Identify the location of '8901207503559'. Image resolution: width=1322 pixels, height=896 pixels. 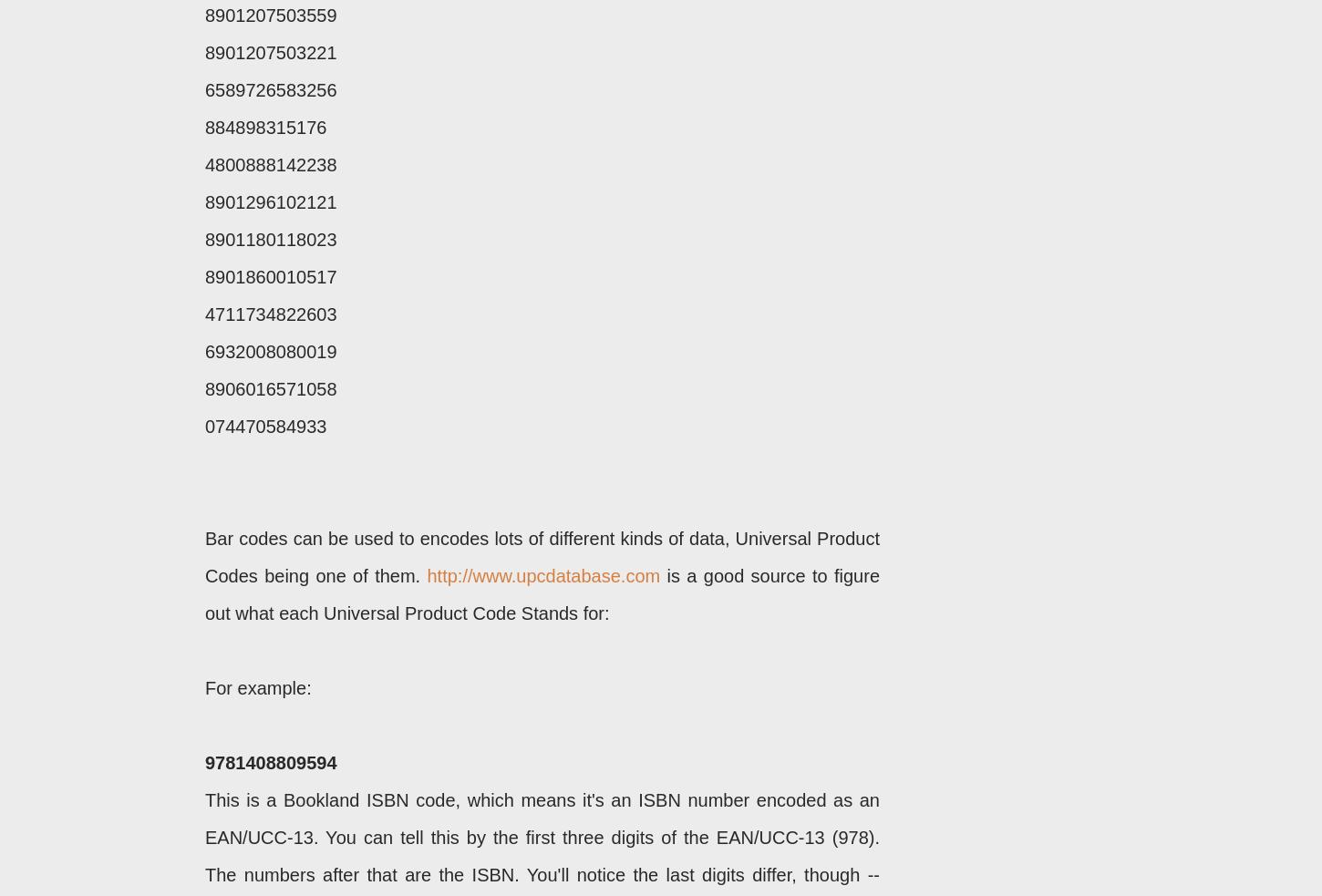
(204, 15).